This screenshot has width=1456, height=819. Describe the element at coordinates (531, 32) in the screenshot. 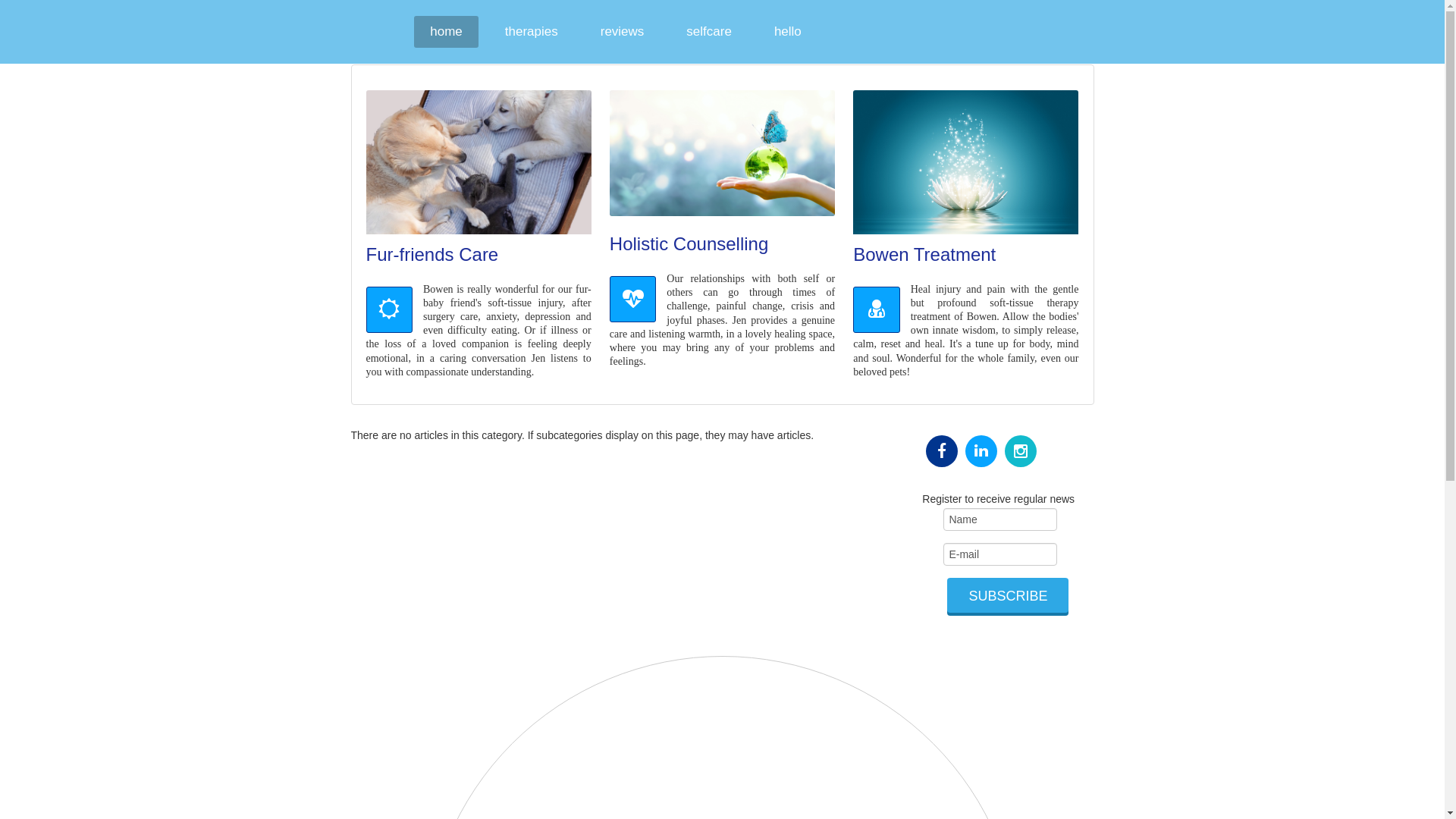

I see `'therapies'` at that location.